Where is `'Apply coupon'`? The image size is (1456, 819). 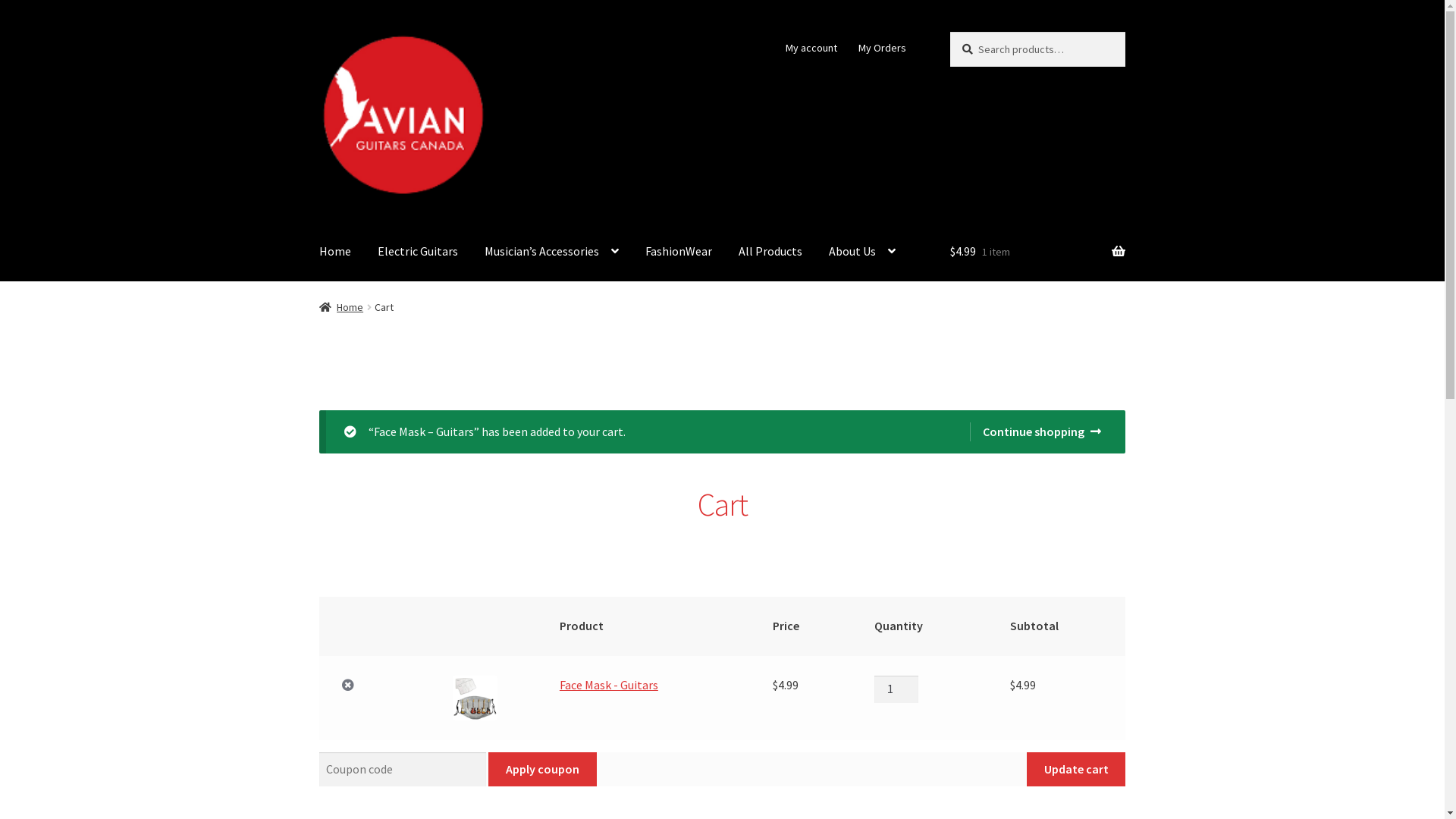
'Apply coupon' is located at coordinates (542, 769).